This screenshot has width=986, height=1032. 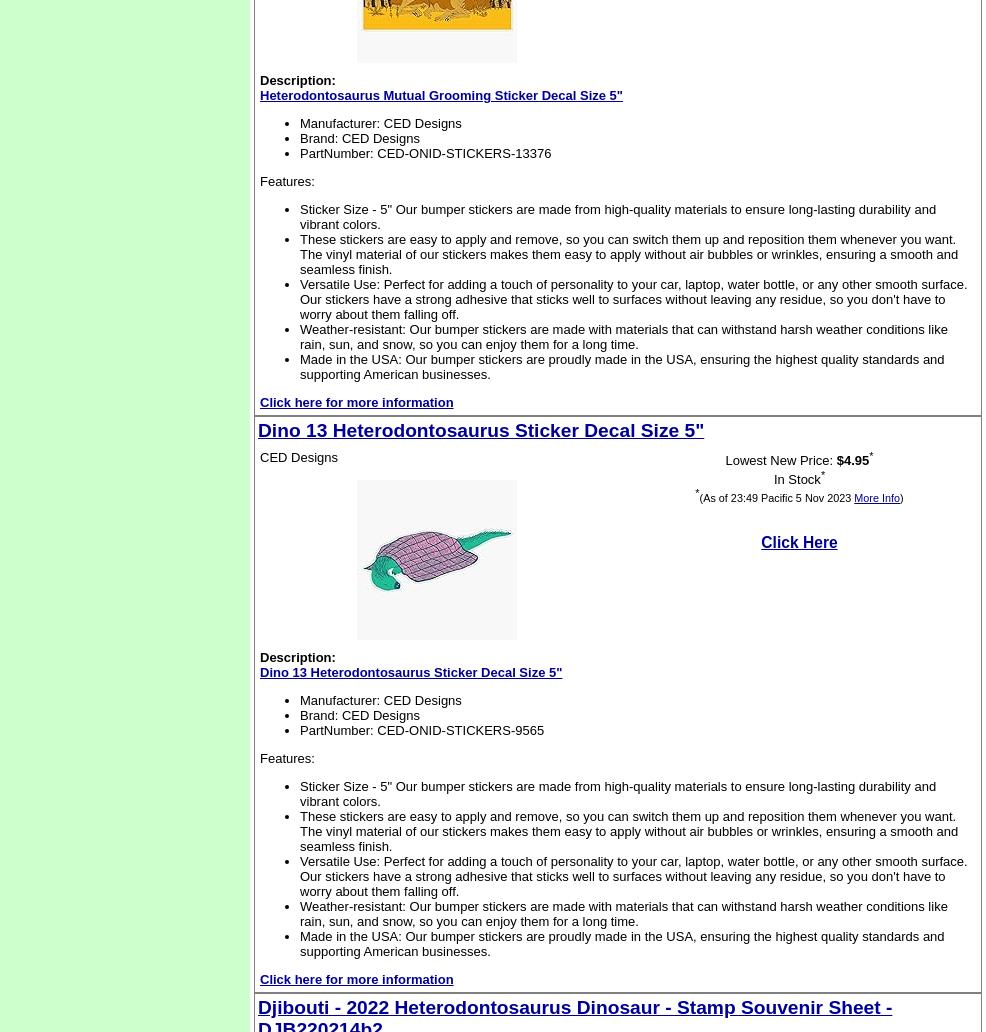 What do you see at coordinates (422, 729) in the screenshot?
I see `'PartNumber: CED-ONID-STICKERS-9565'` at bounding box center [422, 729].